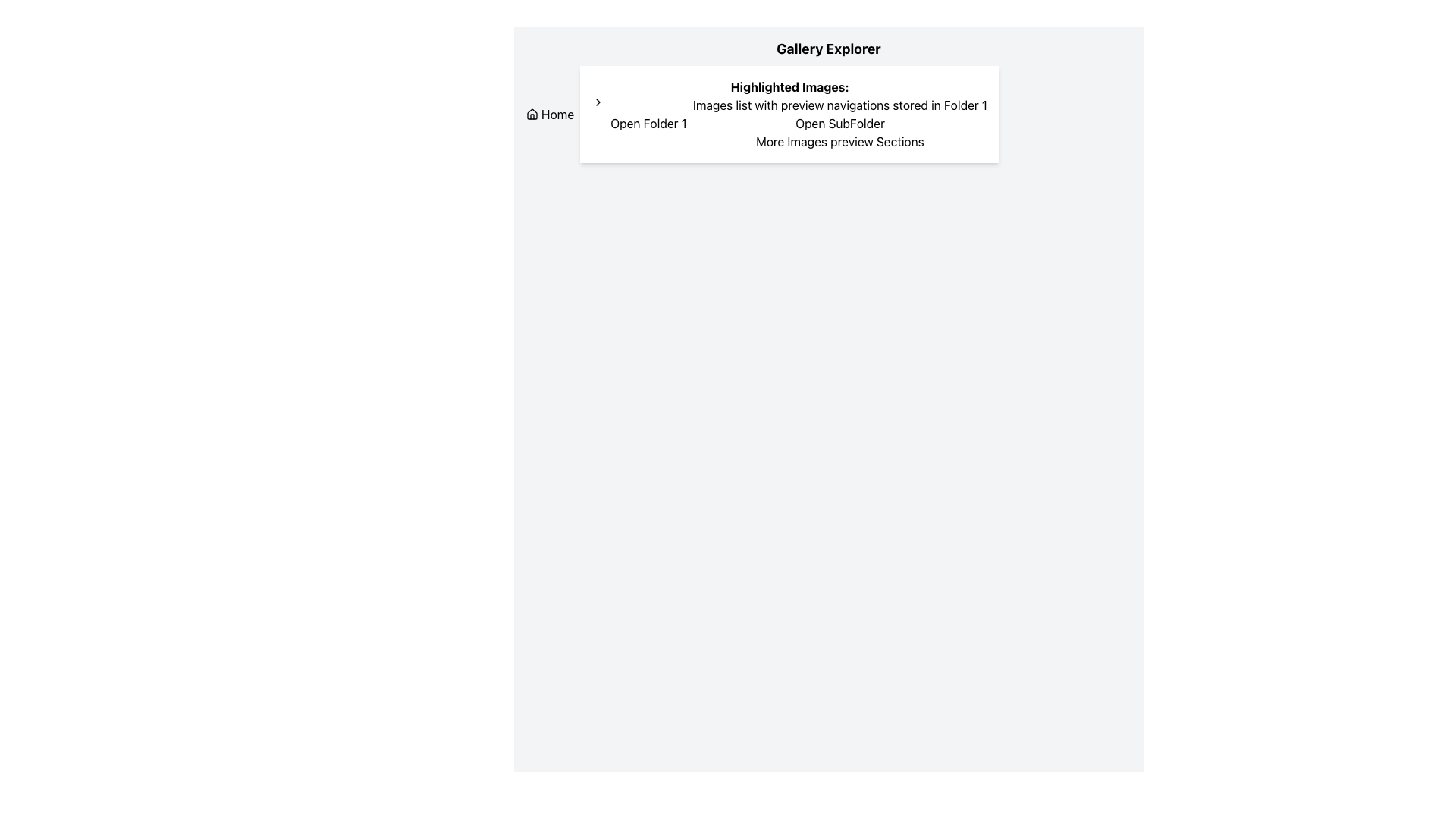 This screenshot has width=1456, height=819. What do you see at coordinates (789, 113) in the screenshot?
I see `the section with interactive and descriptive content located below the 'Home' navigation element` at bounding box center [789, 113].